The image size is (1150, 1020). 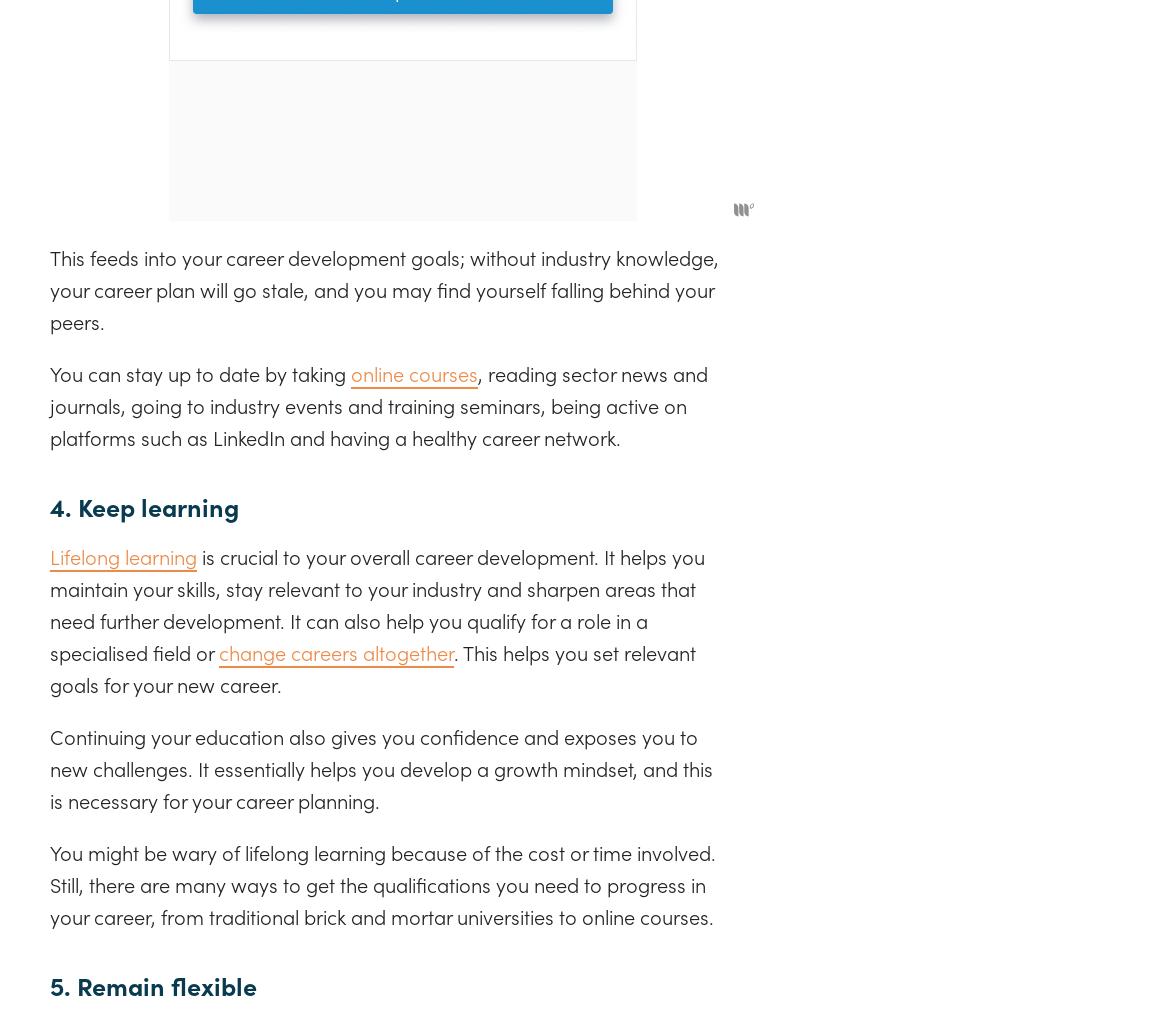 What do you see at coordinates (381, 766) in the screenshot?
I see `'Continuing your education also gives you confidence and exposes you to new challenges. It essentially helps you develop a growth mindset, and this is necessary for your career planning.'` at bounding box center [381, 766].